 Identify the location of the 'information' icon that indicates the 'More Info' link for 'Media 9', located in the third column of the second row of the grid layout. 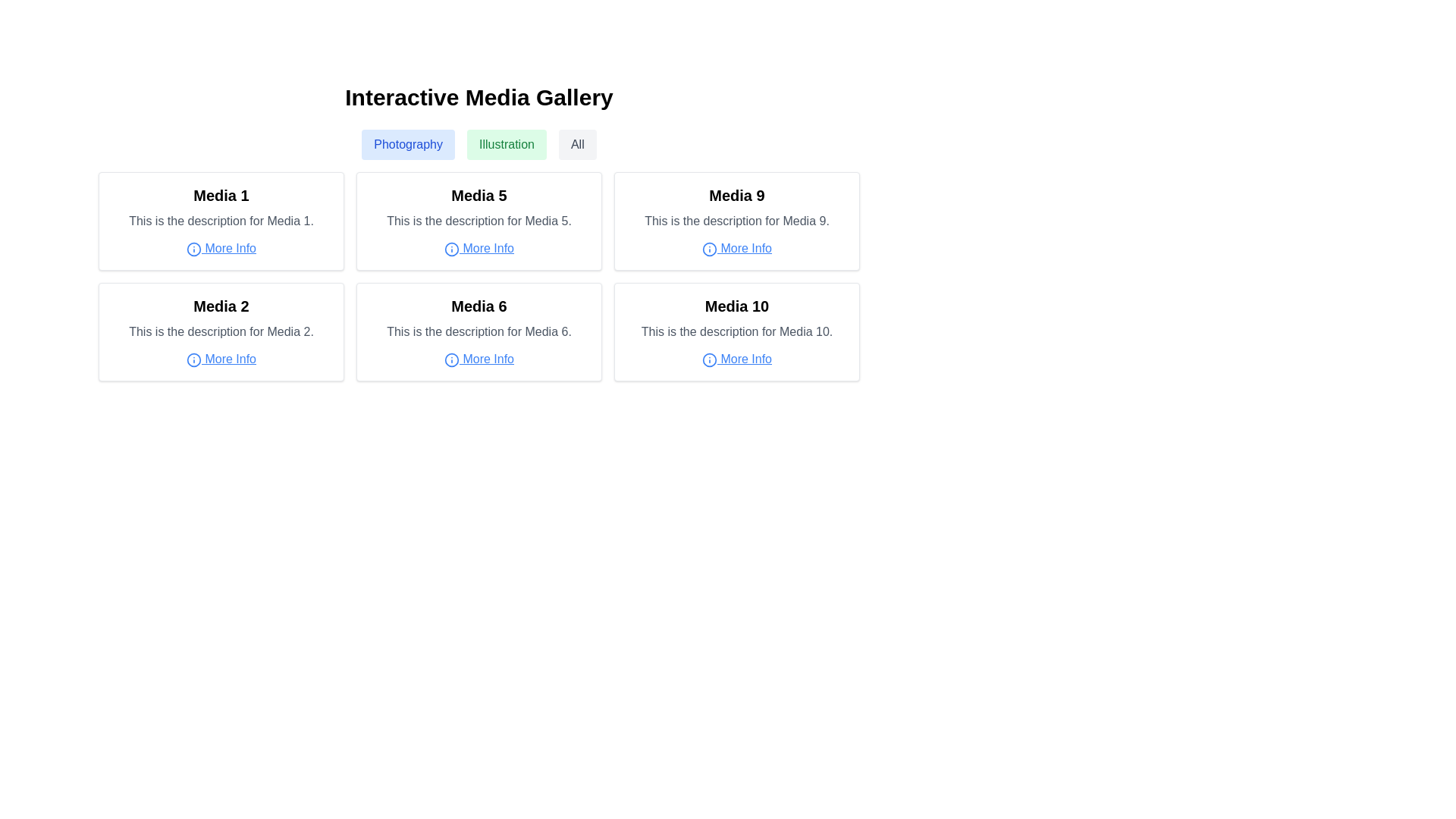
(709, 248).